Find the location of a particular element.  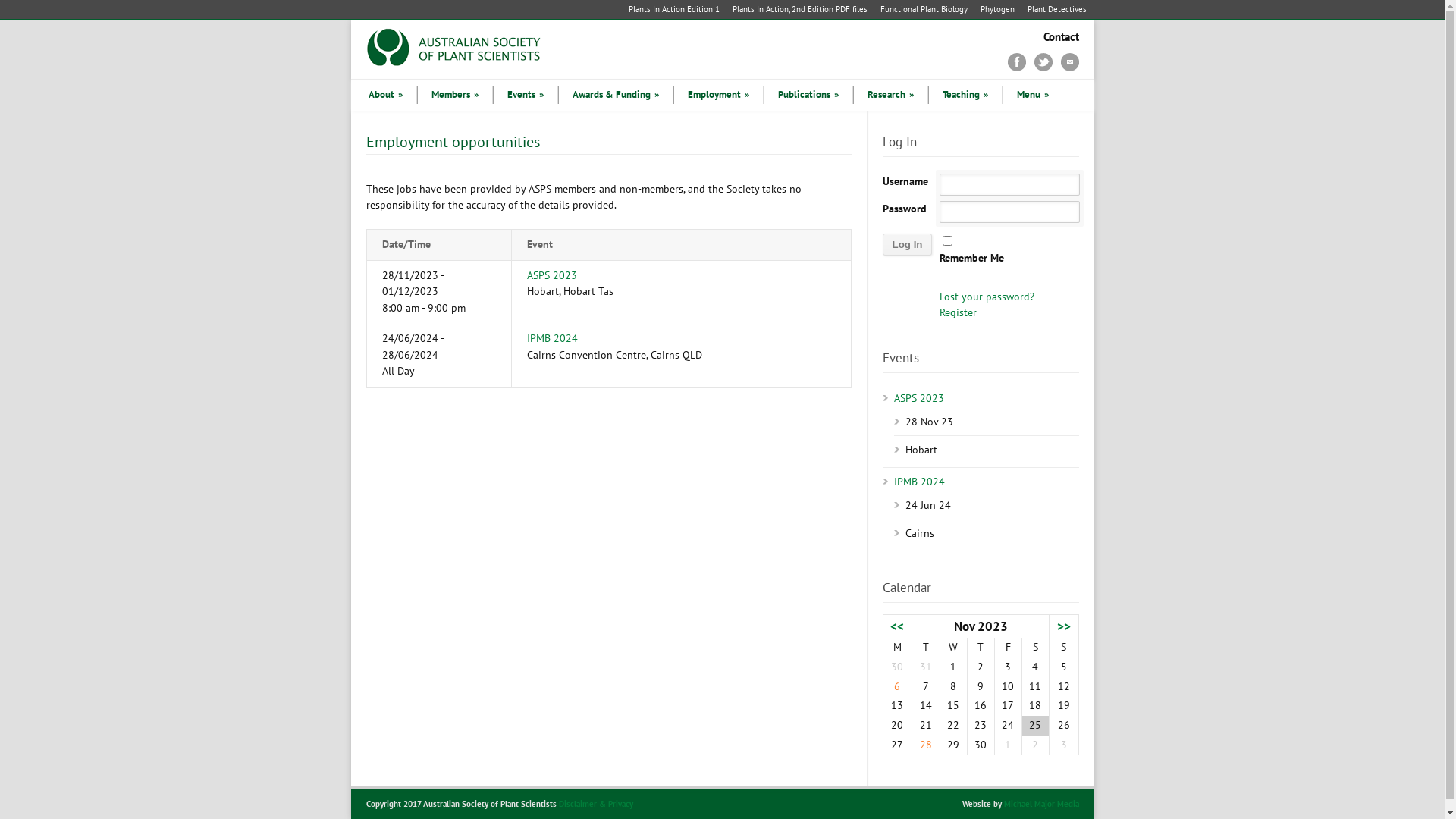

'>>' is located at coordinates (1062, 626).